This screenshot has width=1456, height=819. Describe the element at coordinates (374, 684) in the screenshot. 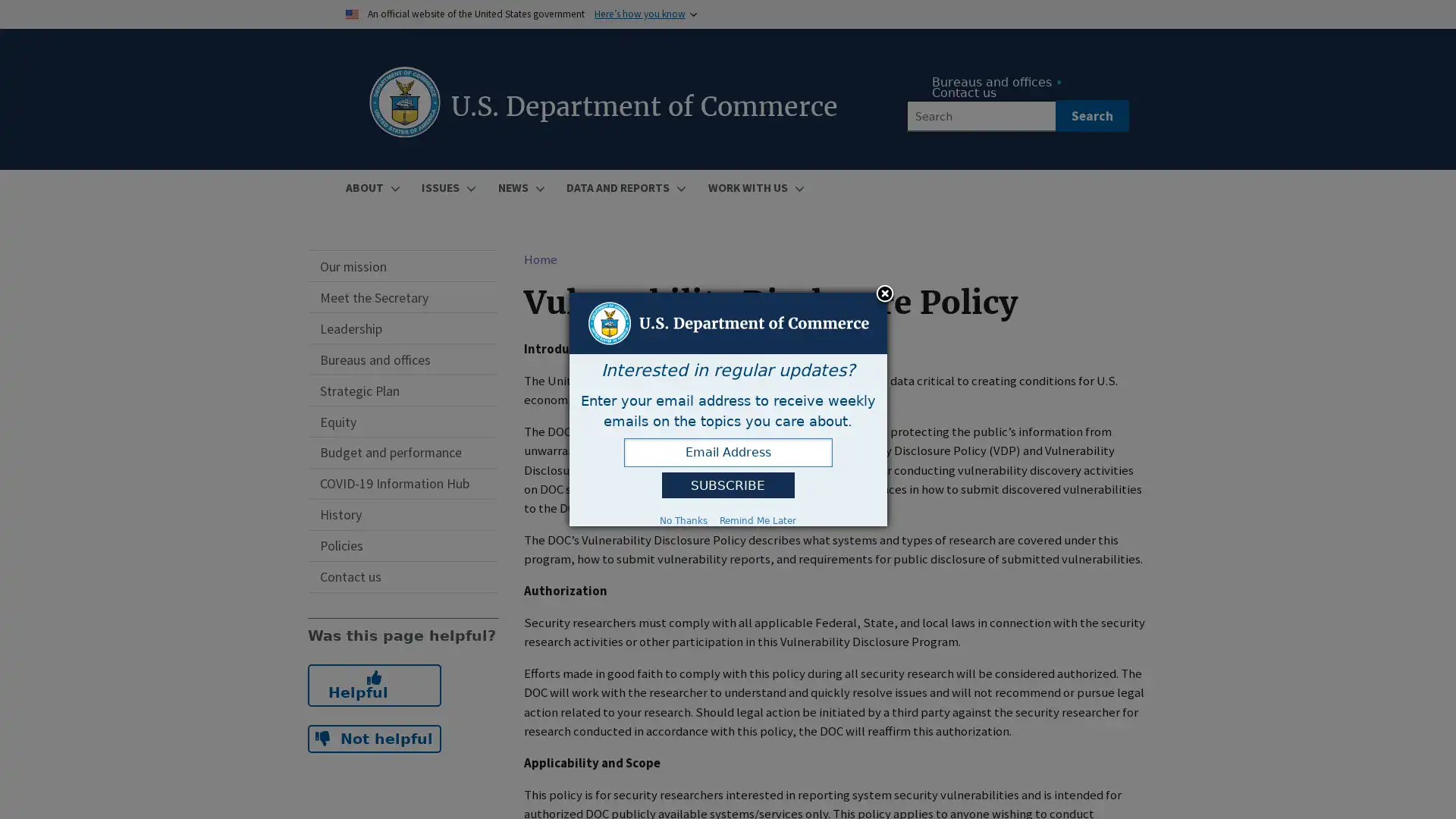

I see `Helpful` at that location.